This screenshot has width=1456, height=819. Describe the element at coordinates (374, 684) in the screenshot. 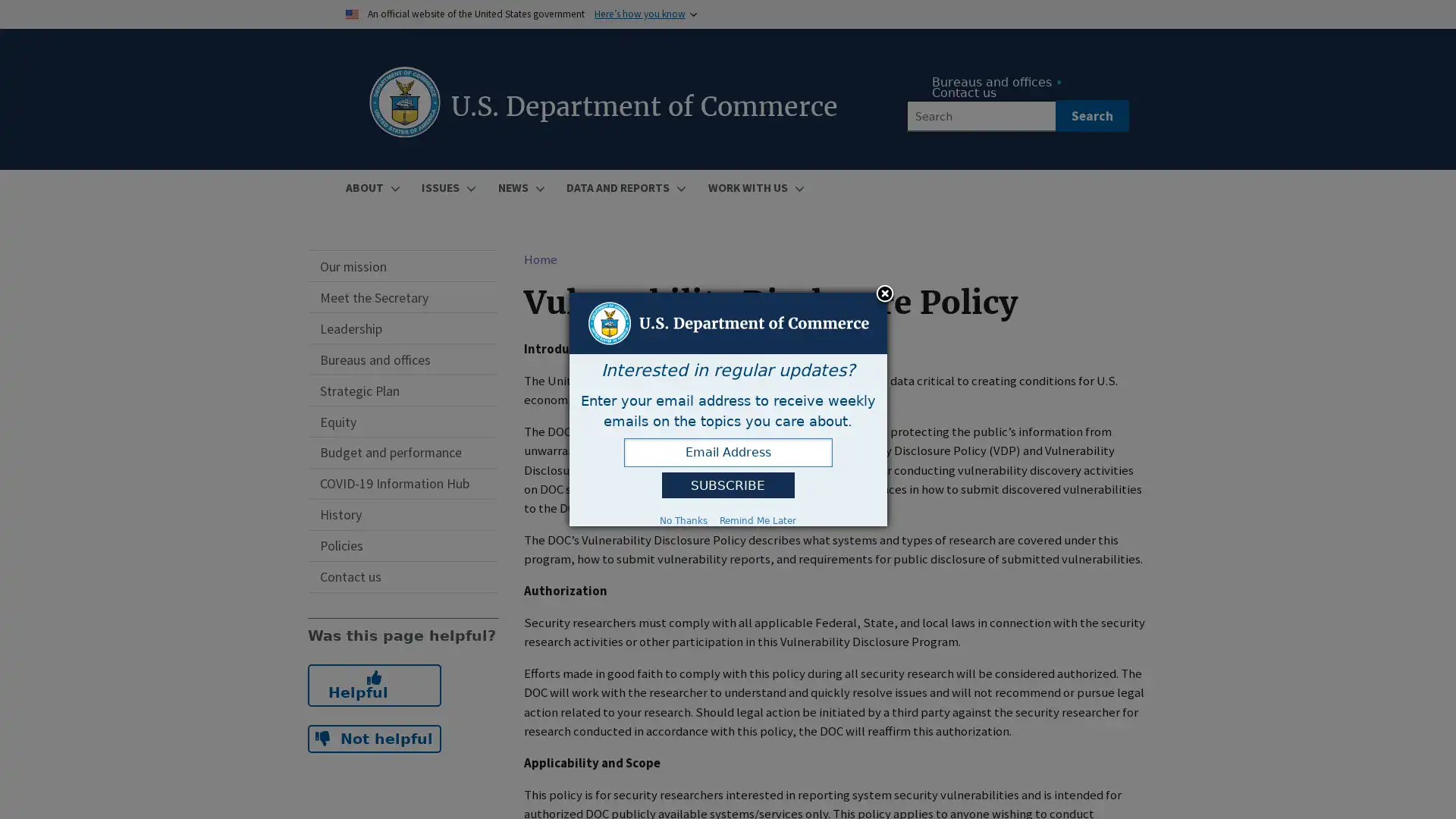

I see `Helpful` at that location.